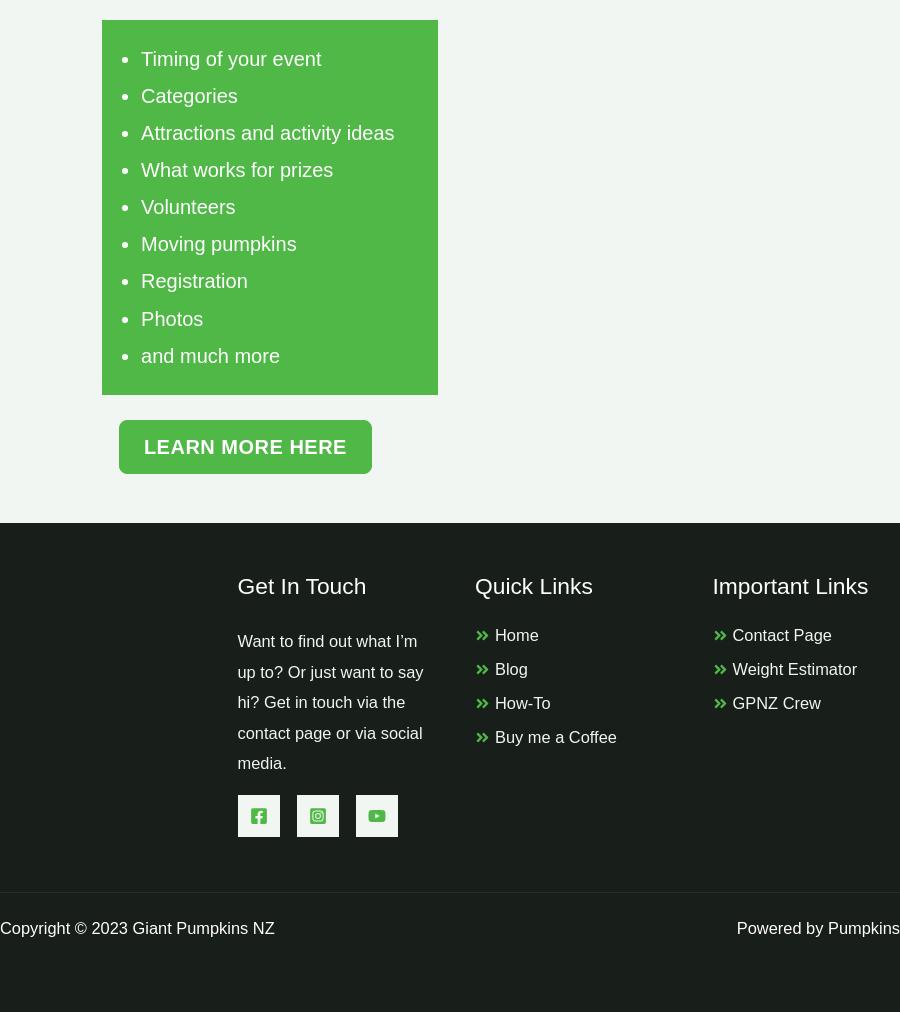  What do you see at coordinates (141, 170) in the screenshot?
I see `'What works for prizes'` at bounding box center [141, 170].